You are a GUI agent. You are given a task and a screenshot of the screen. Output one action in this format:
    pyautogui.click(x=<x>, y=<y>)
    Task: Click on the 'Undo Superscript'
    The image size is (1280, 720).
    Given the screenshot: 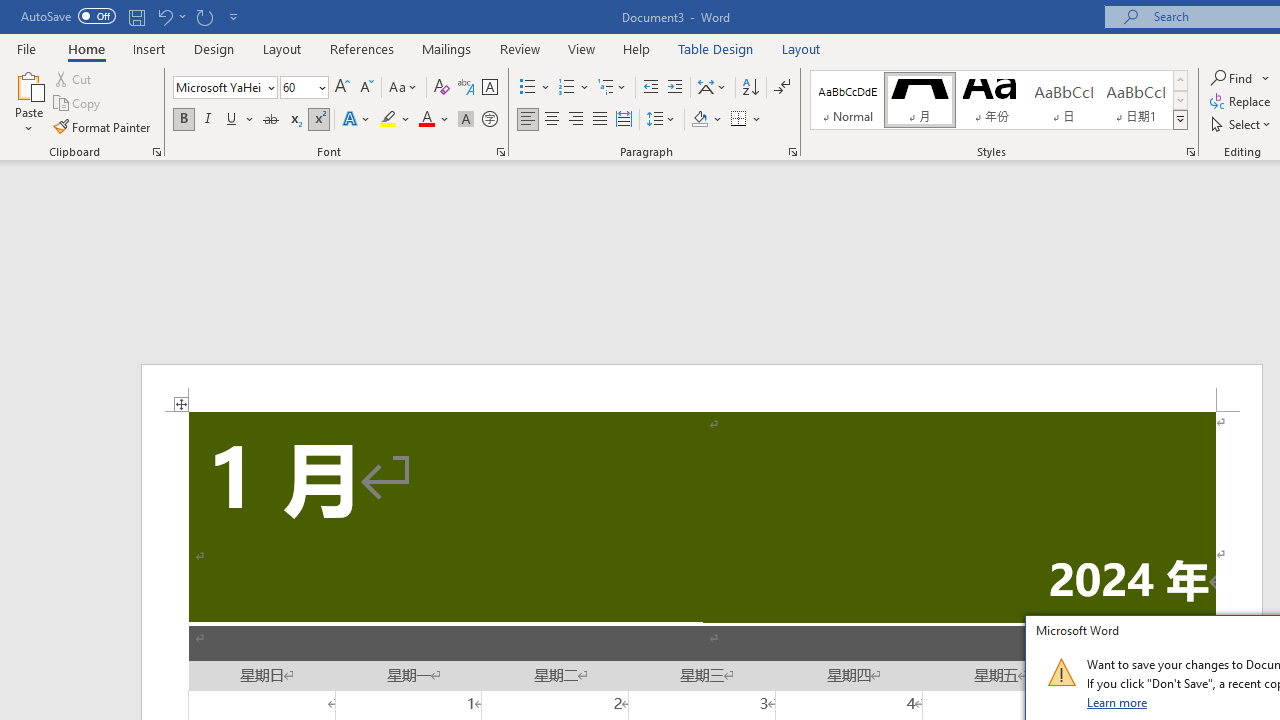 What is the action you would take?
    pyautogui.click(x=164, y=16)
    